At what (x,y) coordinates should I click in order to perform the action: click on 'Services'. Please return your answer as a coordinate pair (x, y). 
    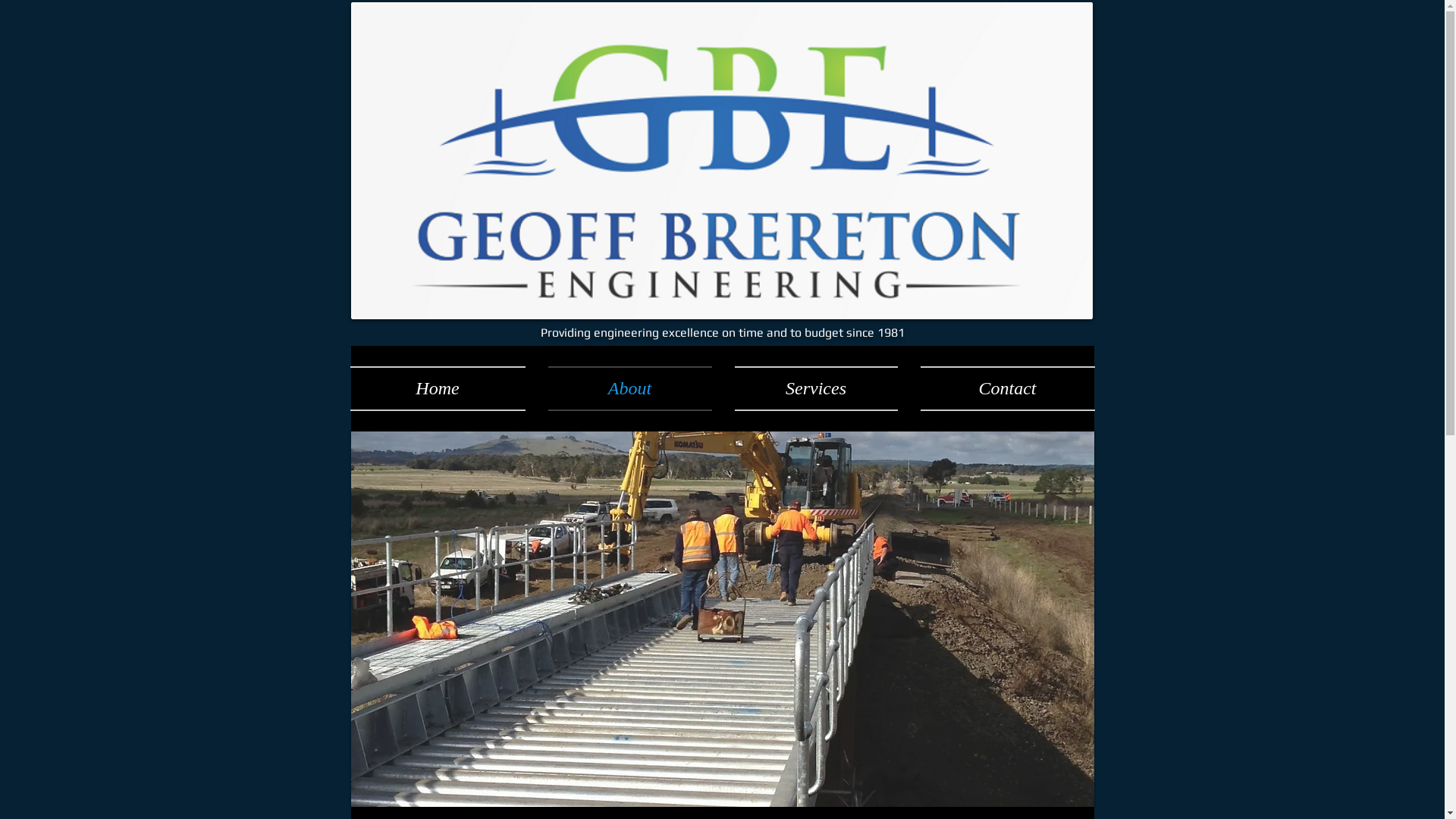
    Looking at the image, I should click on (815, 388).